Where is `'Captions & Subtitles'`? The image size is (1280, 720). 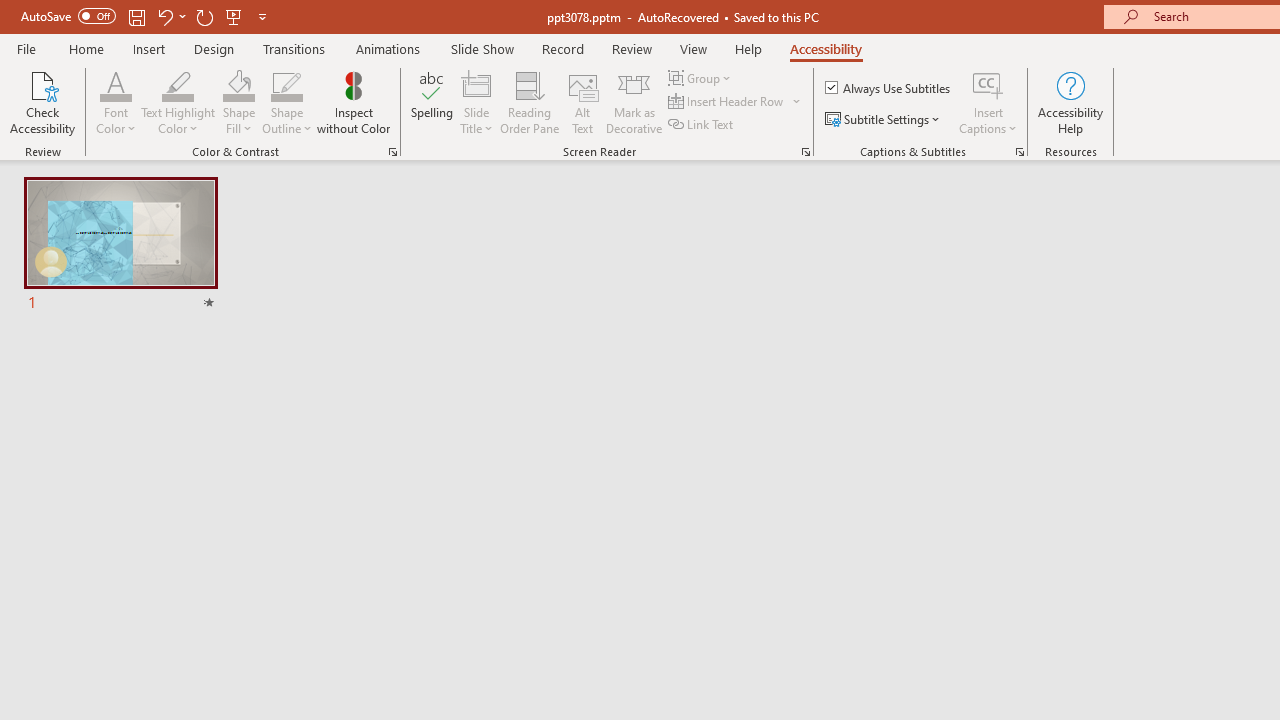
'Captions & Subtitles' is located at coordinates (1020, 150).